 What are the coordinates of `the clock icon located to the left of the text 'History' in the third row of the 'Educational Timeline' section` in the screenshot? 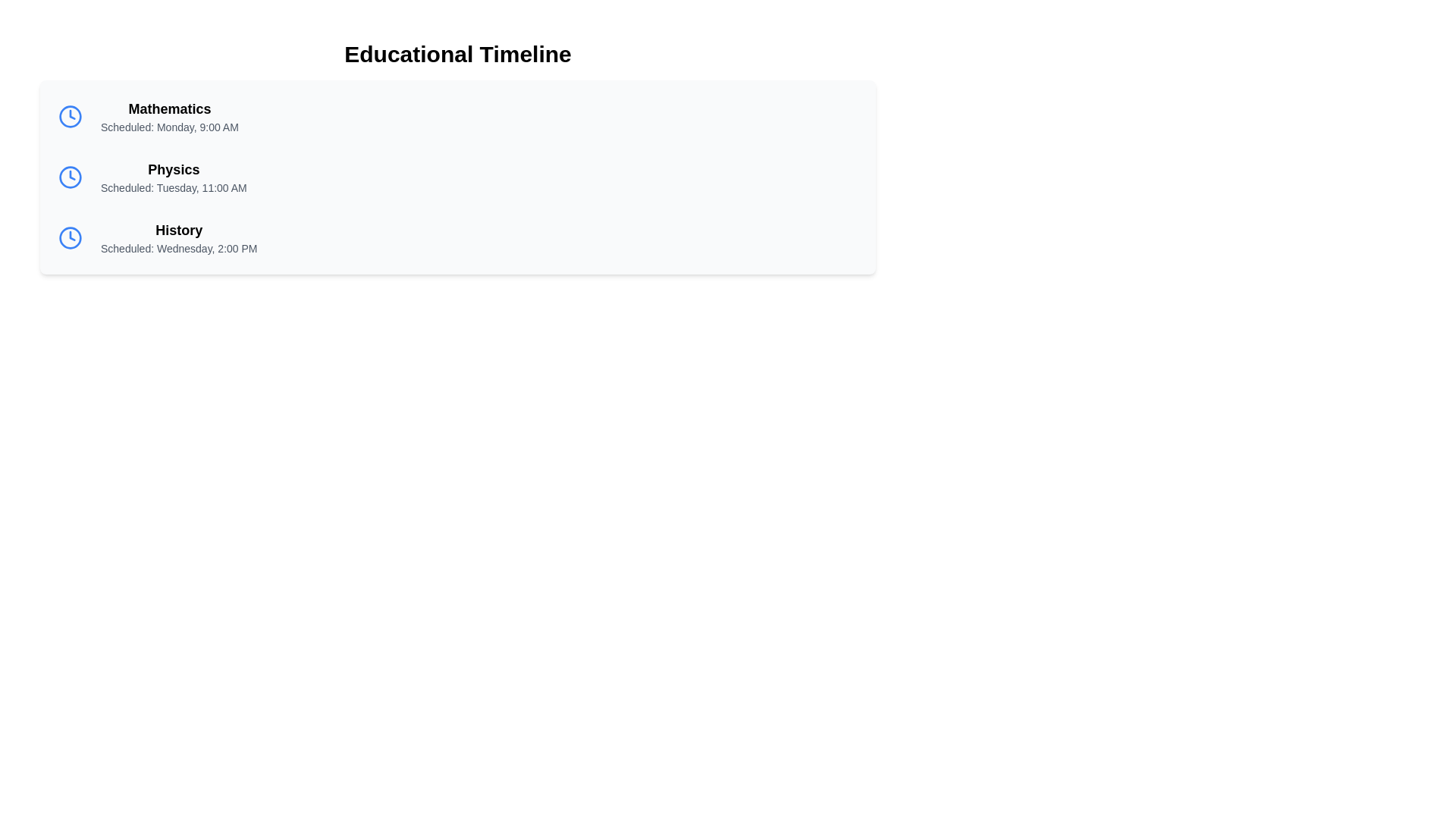 It's located at (69, 237).